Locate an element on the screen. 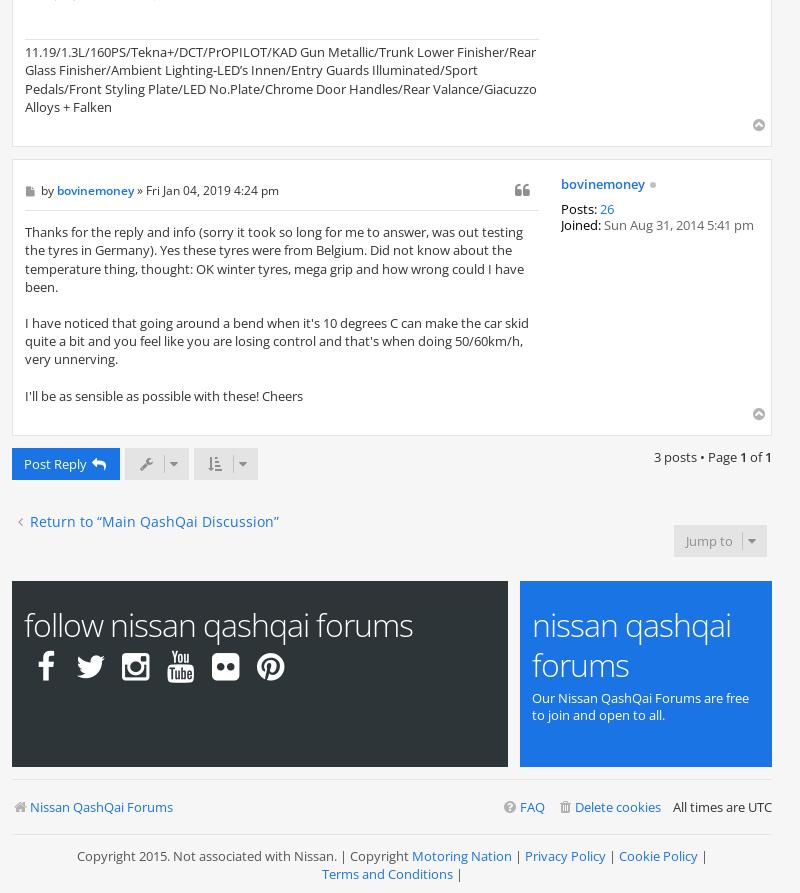 The width and height of the screenshot is (800, 893). 'Nissan Qashqai Forums' is located at coordinates (631, 644).